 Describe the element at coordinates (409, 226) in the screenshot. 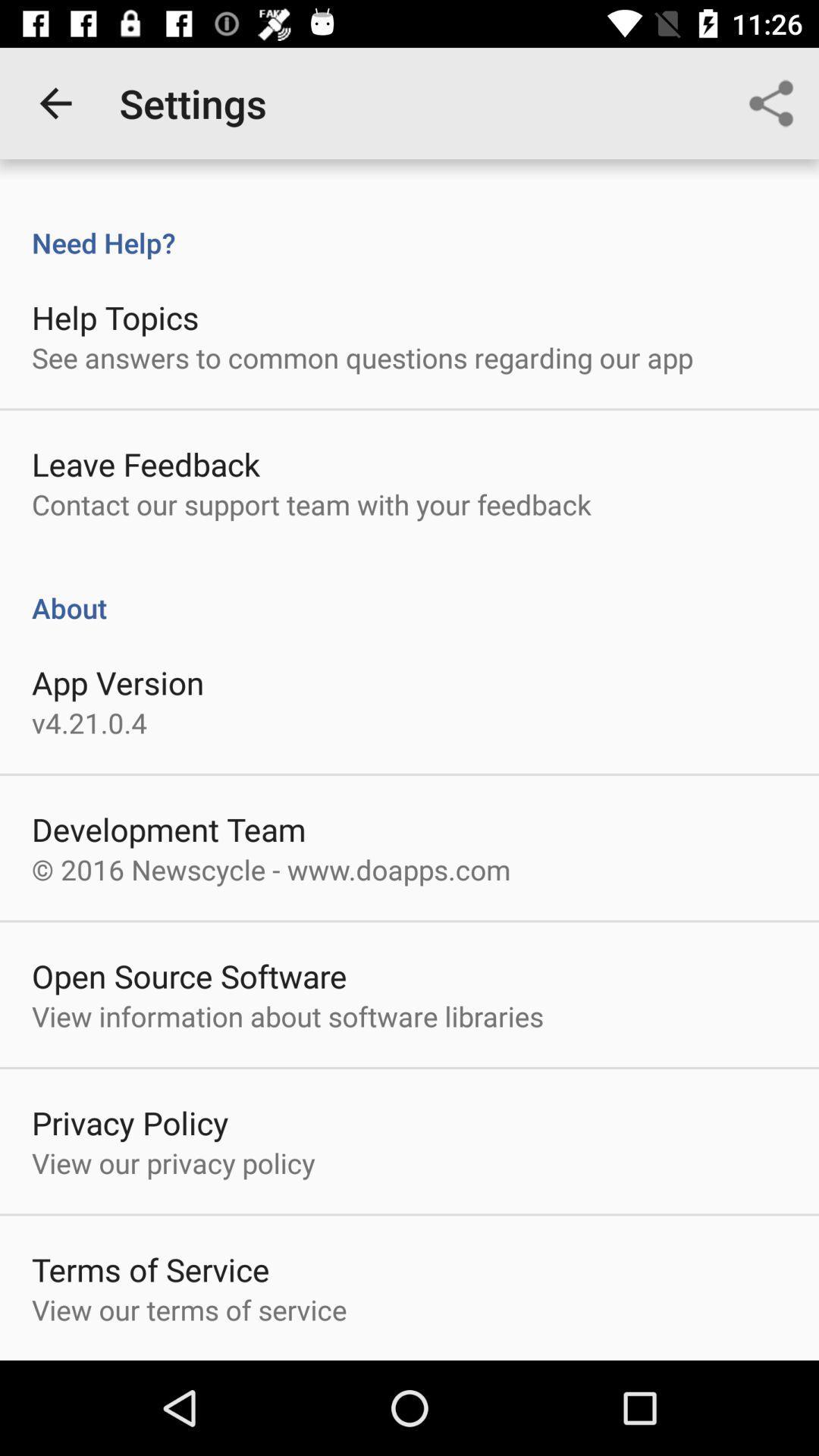

I see `need help? icon` at that location.